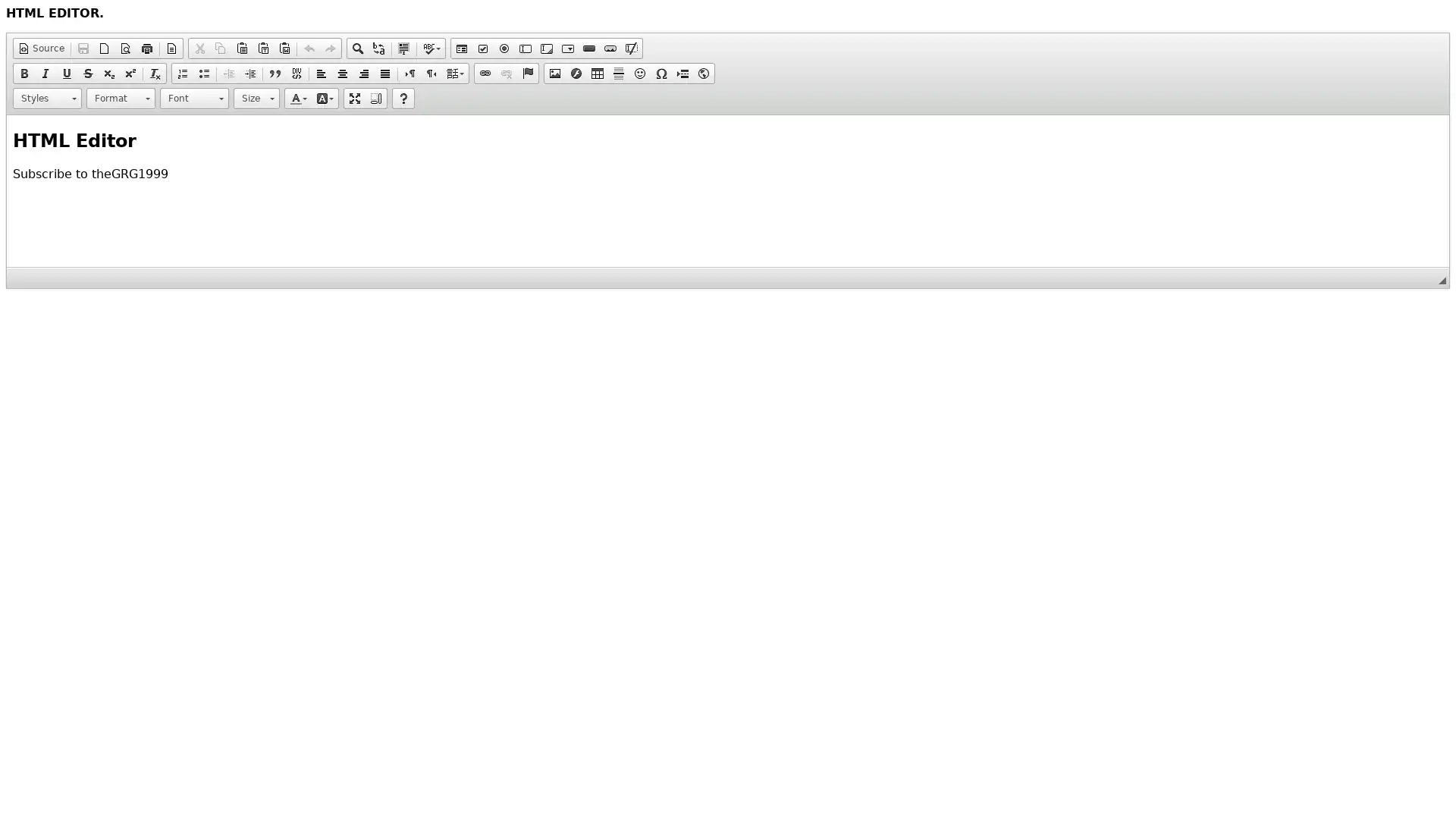  Describe the element at coordinates (528, 73) in the screenshot. I see `Anchor` at that location.